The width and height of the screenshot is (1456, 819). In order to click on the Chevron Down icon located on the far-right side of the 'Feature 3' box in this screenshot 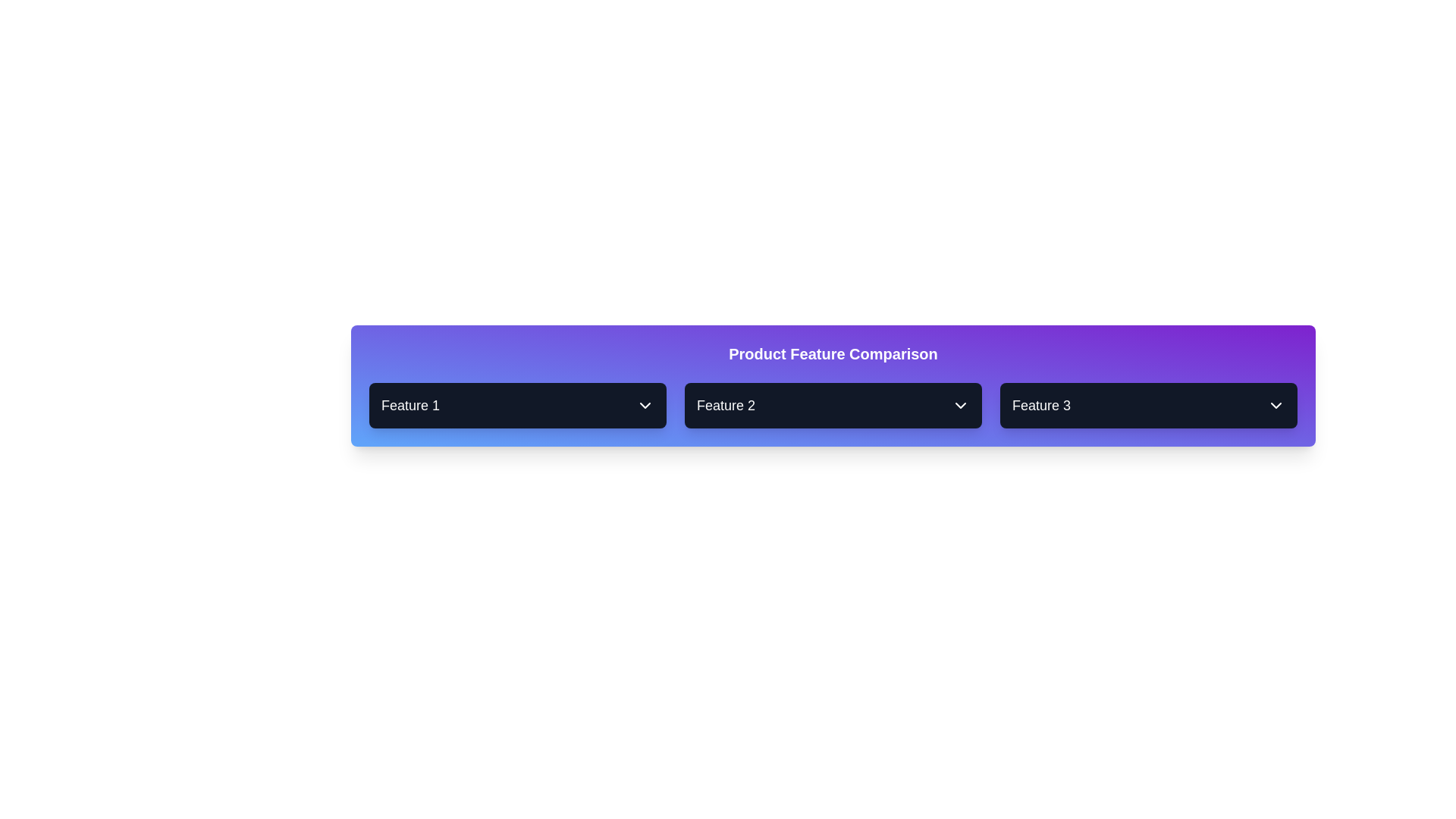, I will do `click(1276, 405)`.